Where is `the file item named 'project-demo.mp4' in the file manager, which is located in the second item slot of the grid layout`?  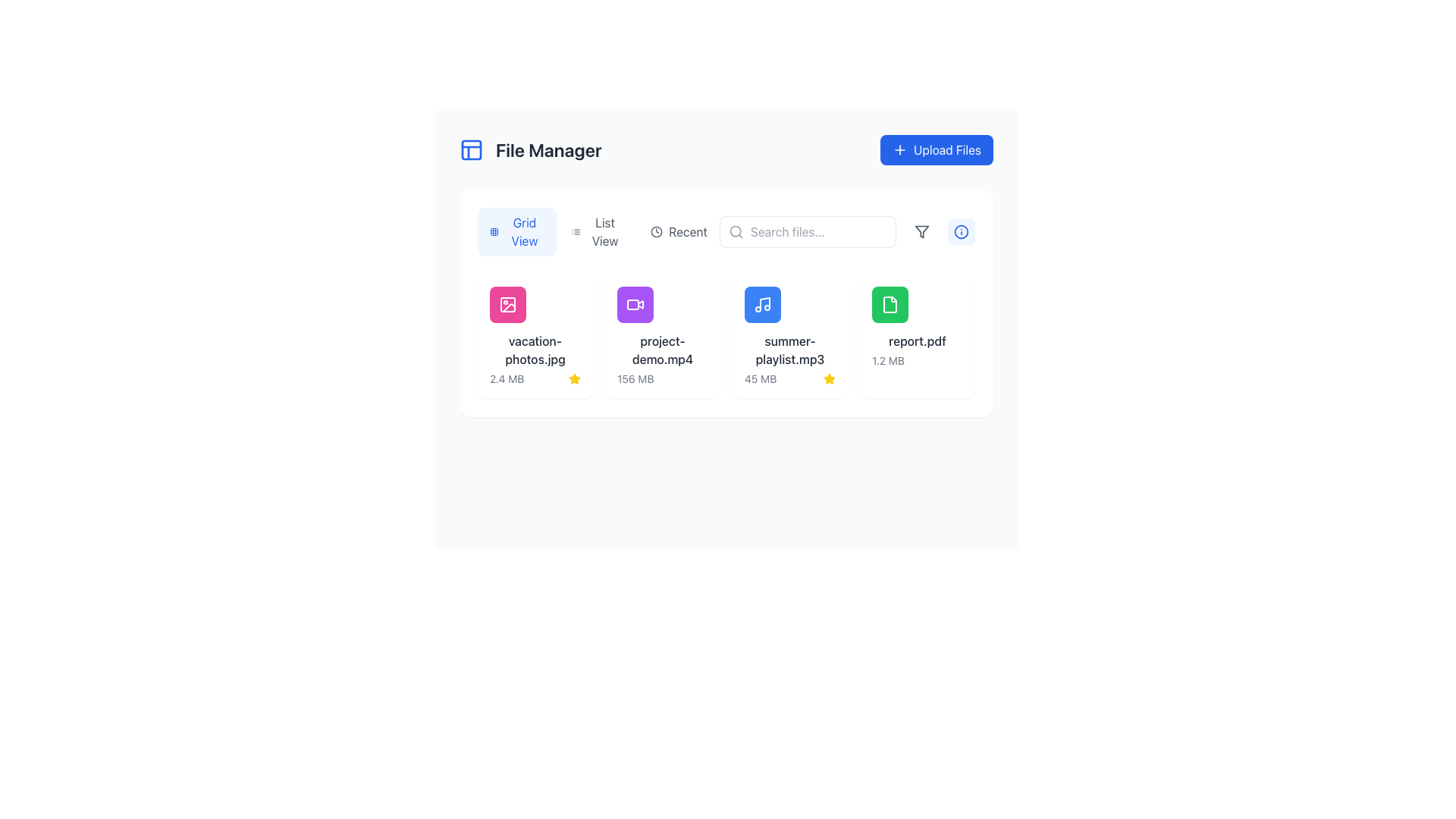 the file item named 'project-demo.mp4' in the file manager, which is located in the second item slot of the grid layout is located at coordinates (662, 304).